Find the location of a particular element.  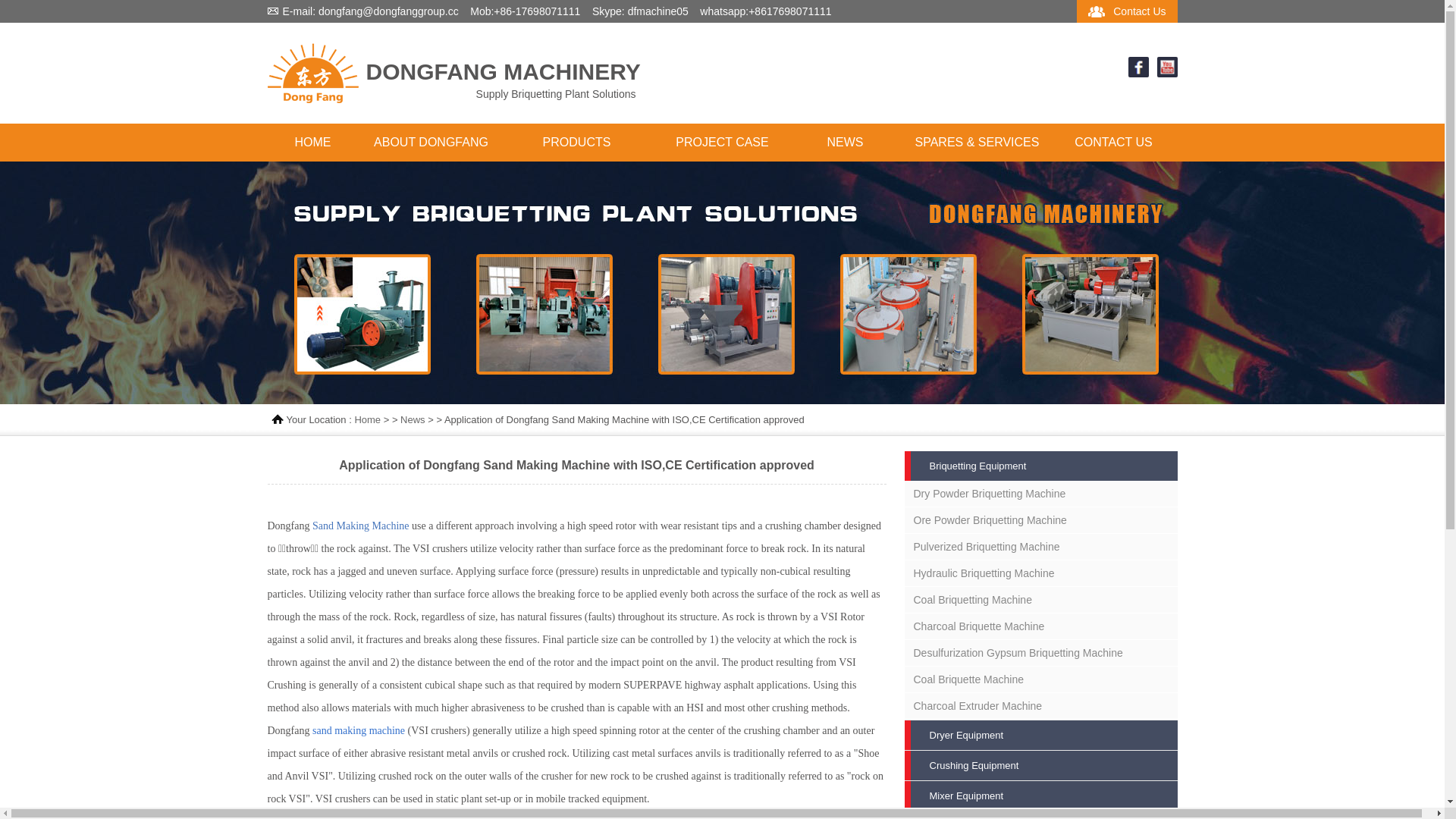

'Sand Making Machine' is located at coordinates (312, 525).